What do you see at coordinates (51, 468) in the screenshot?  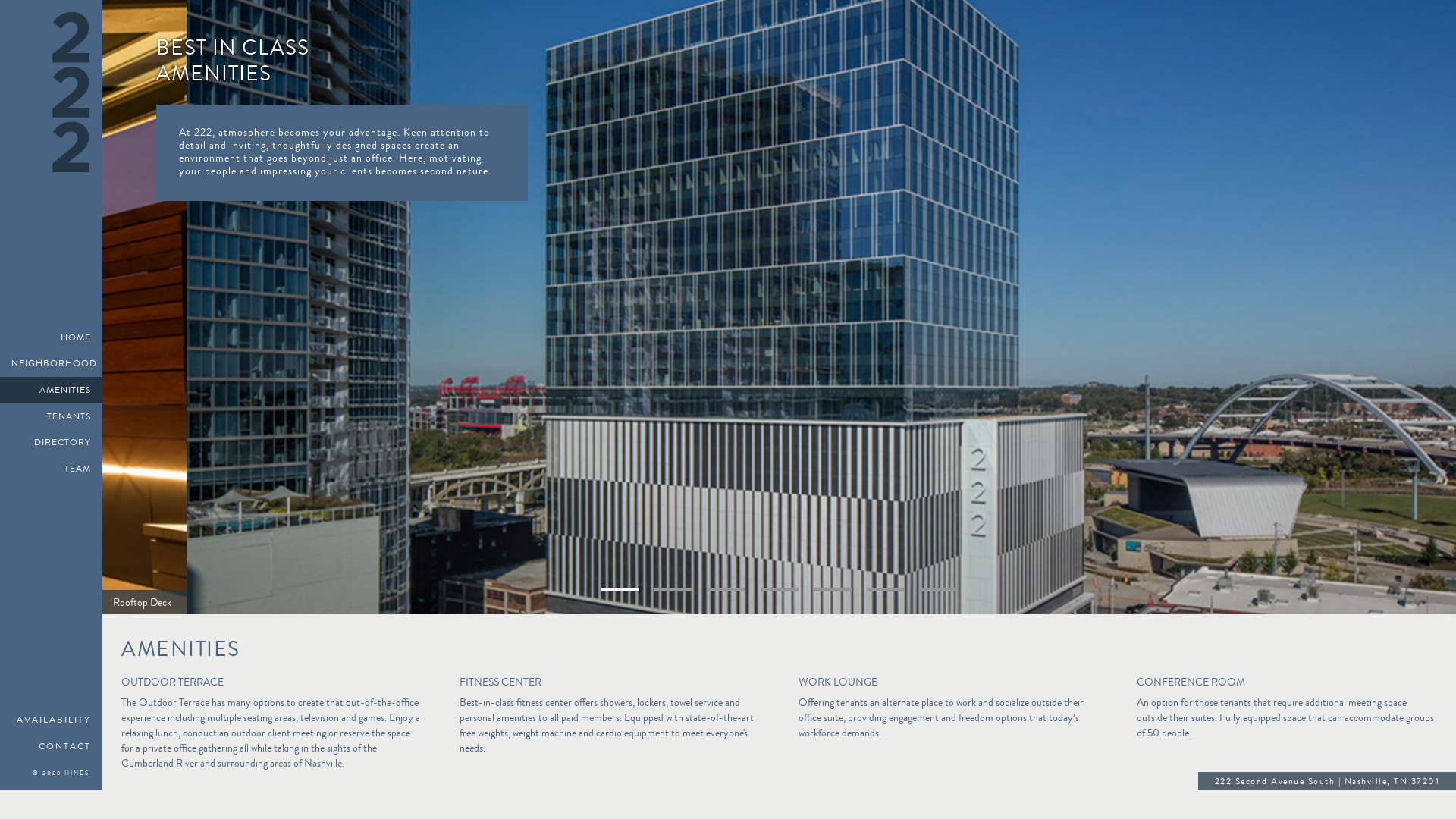 I see `'TEAM'` at bounding box center [51, 468].